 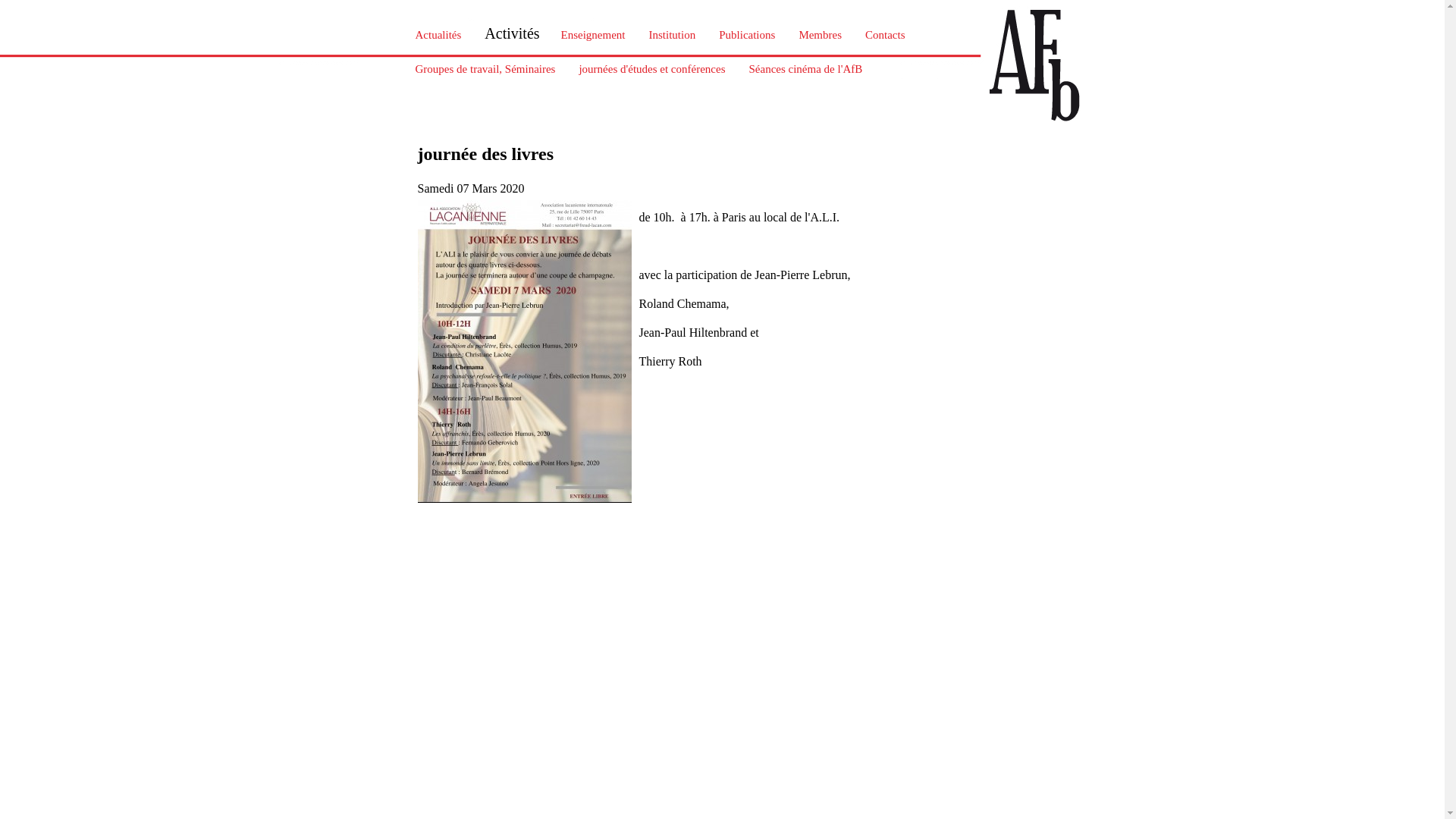 I want to click on 'Institution', so click(x=648, y=34).